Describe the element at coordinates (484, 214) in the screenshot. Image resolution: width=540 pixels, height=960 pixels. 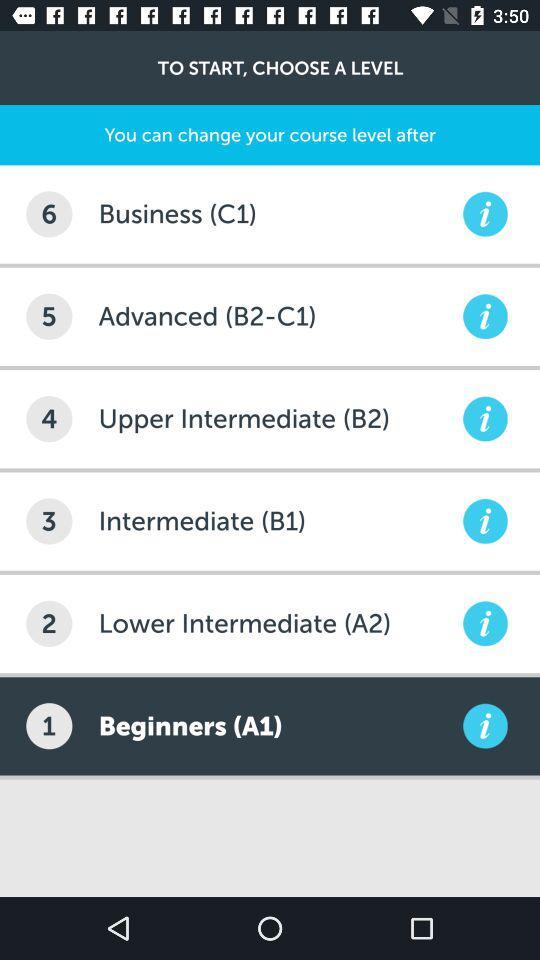
I see `more information` at that location.